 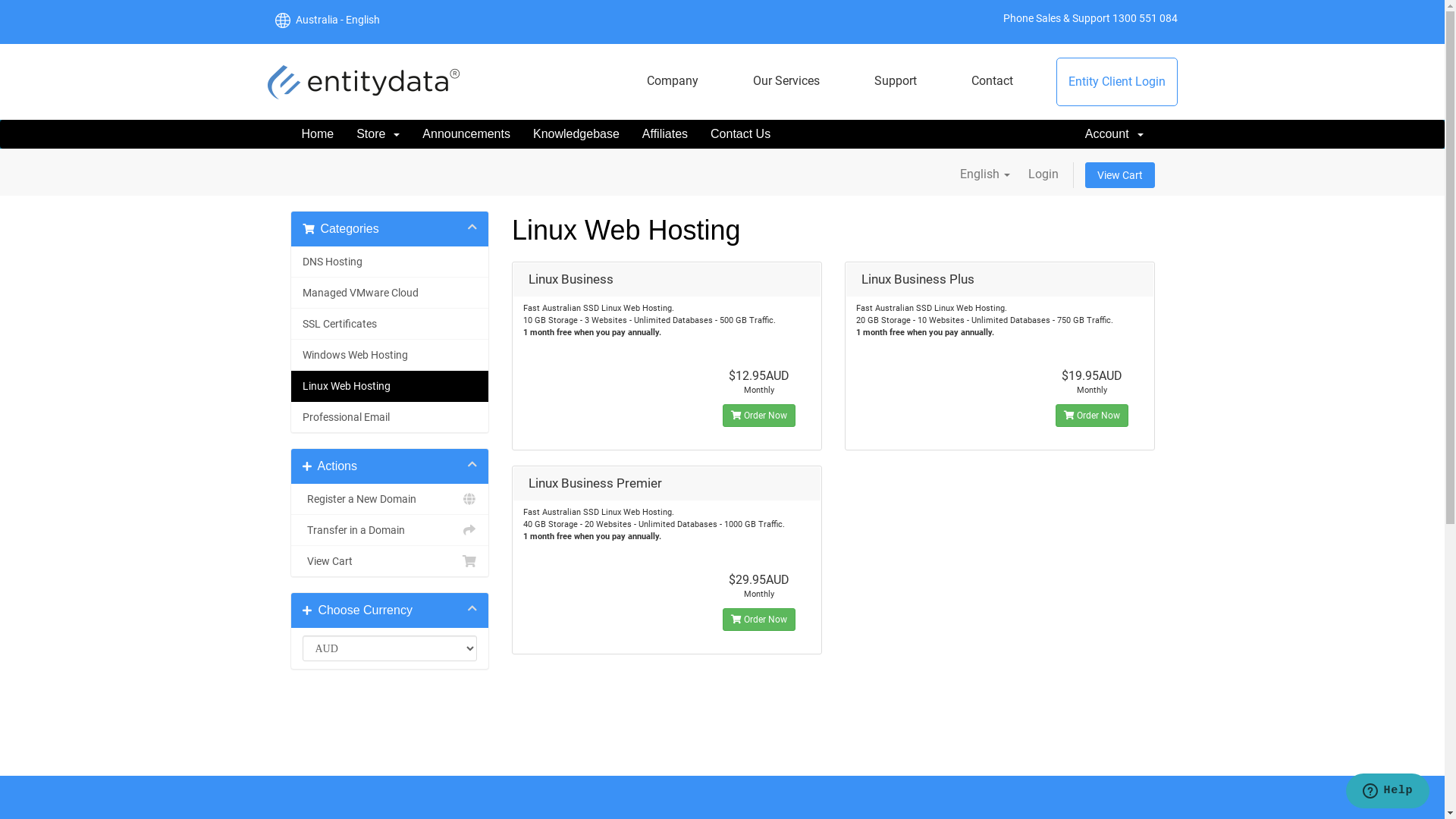 I want to click on 'Order Now', so click(x=1092, y=415).